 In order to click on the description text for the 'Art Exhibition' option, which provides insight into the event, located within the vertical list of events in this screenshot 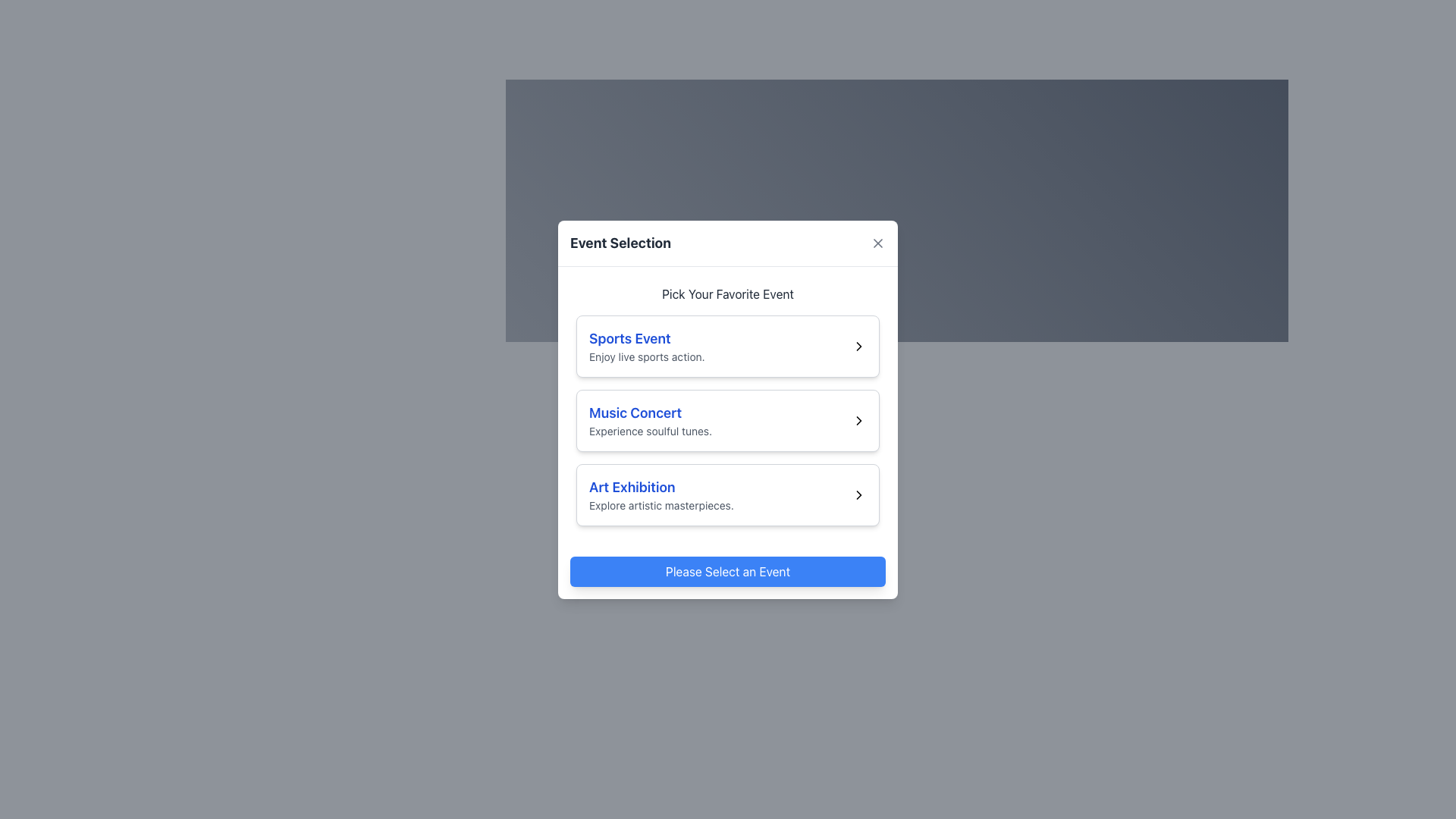, I will do `click(661, 505)`.